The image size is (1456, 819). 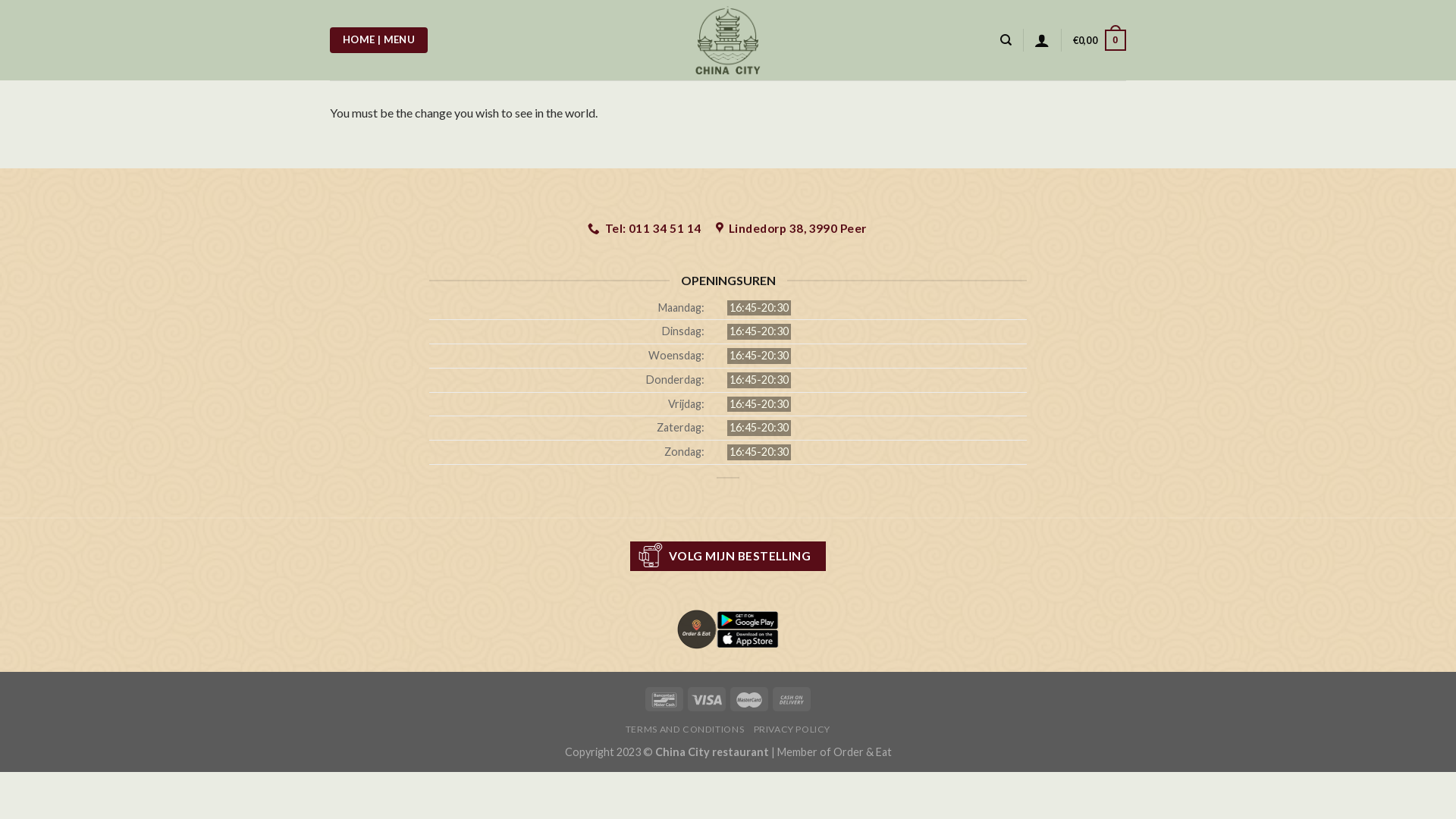 What do you see at coordinates (832, 752) in the screenshot?
I see `'Order & Eat'` at bounding box center [832, 752].